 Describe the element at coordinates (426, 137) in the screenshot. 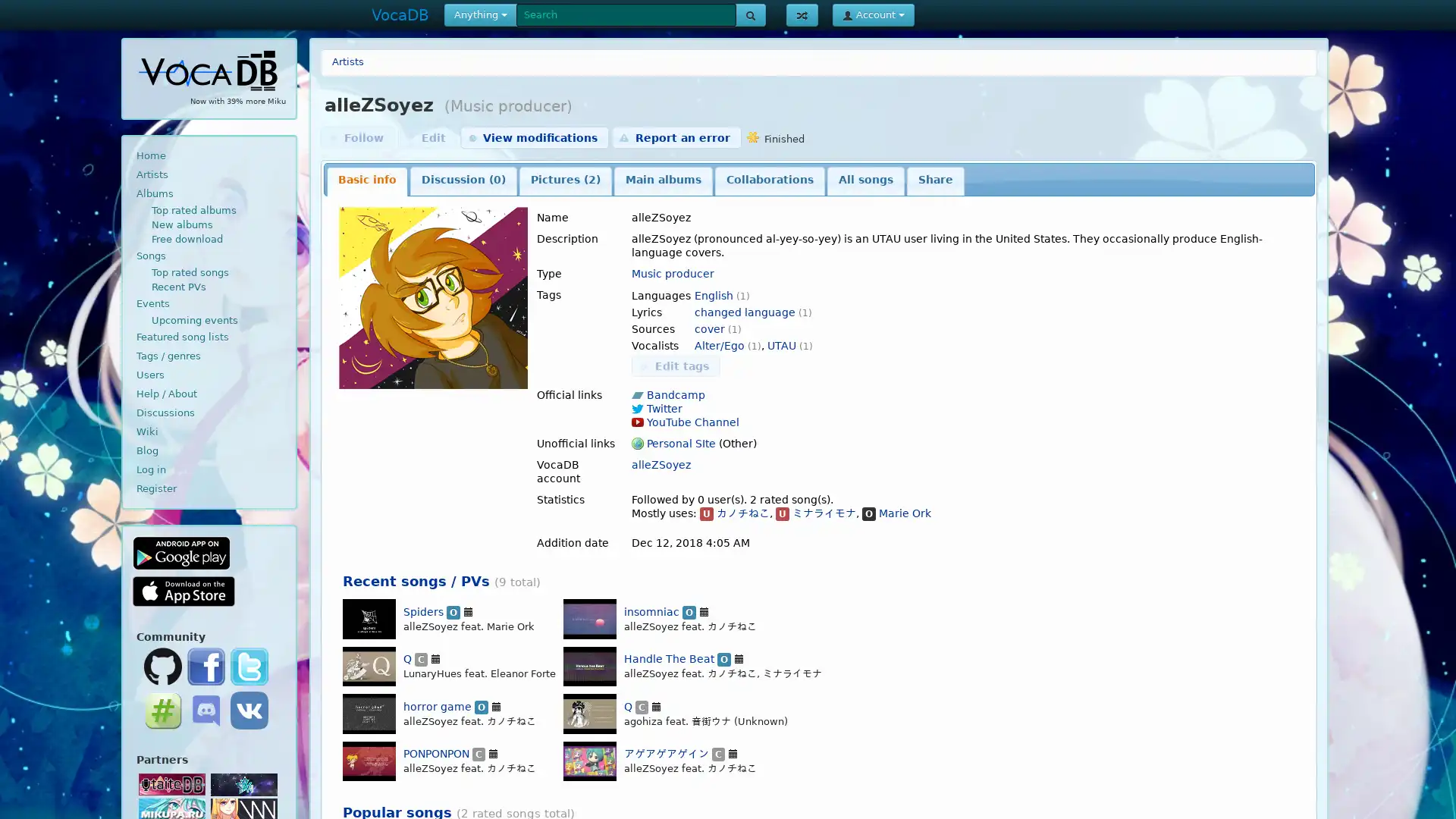

I see `Edit` at that location.